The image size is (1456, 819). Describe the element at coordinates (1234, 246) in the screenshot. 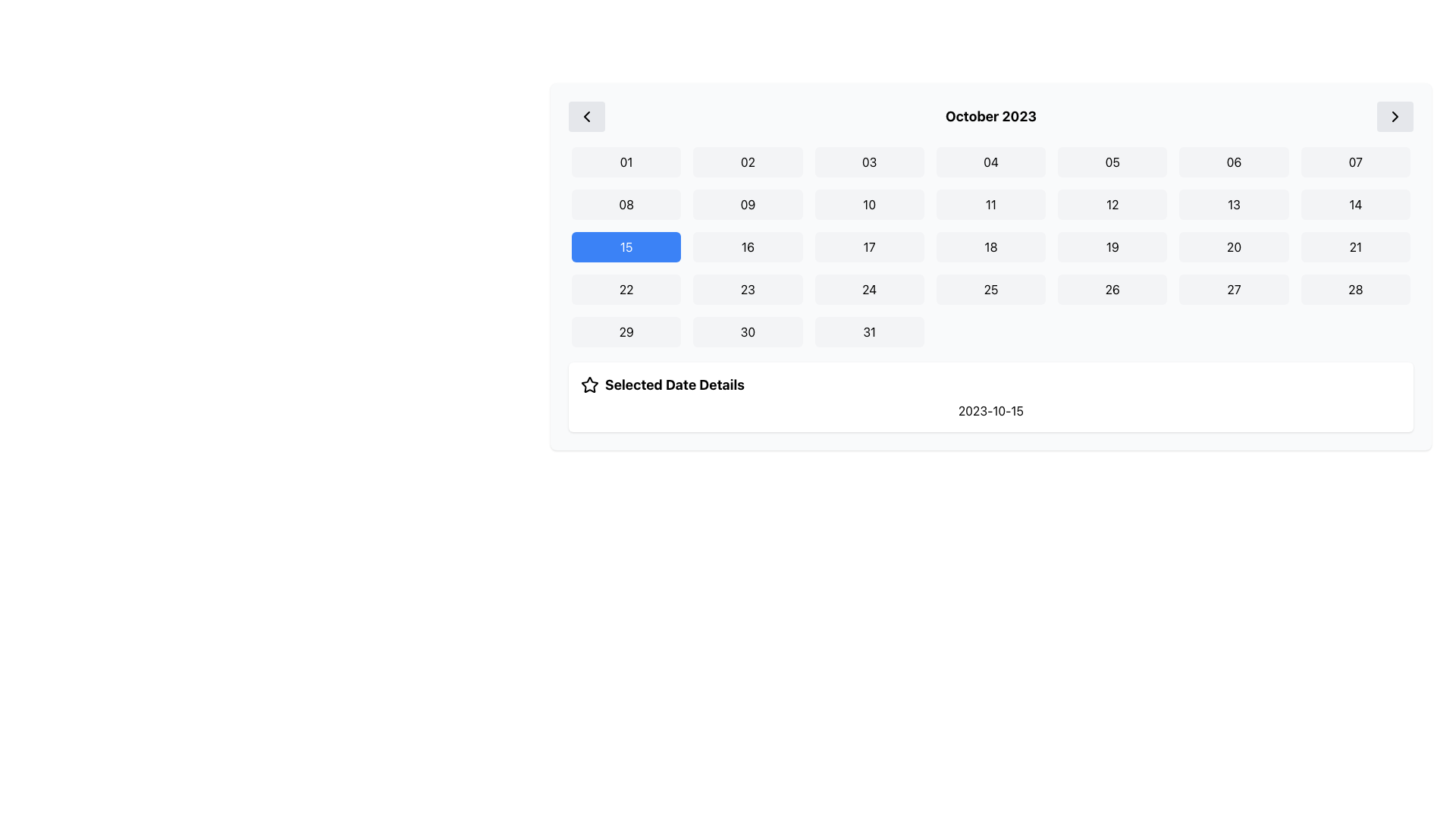

I see `the button labeled '20' in the calendar interface` at that location.